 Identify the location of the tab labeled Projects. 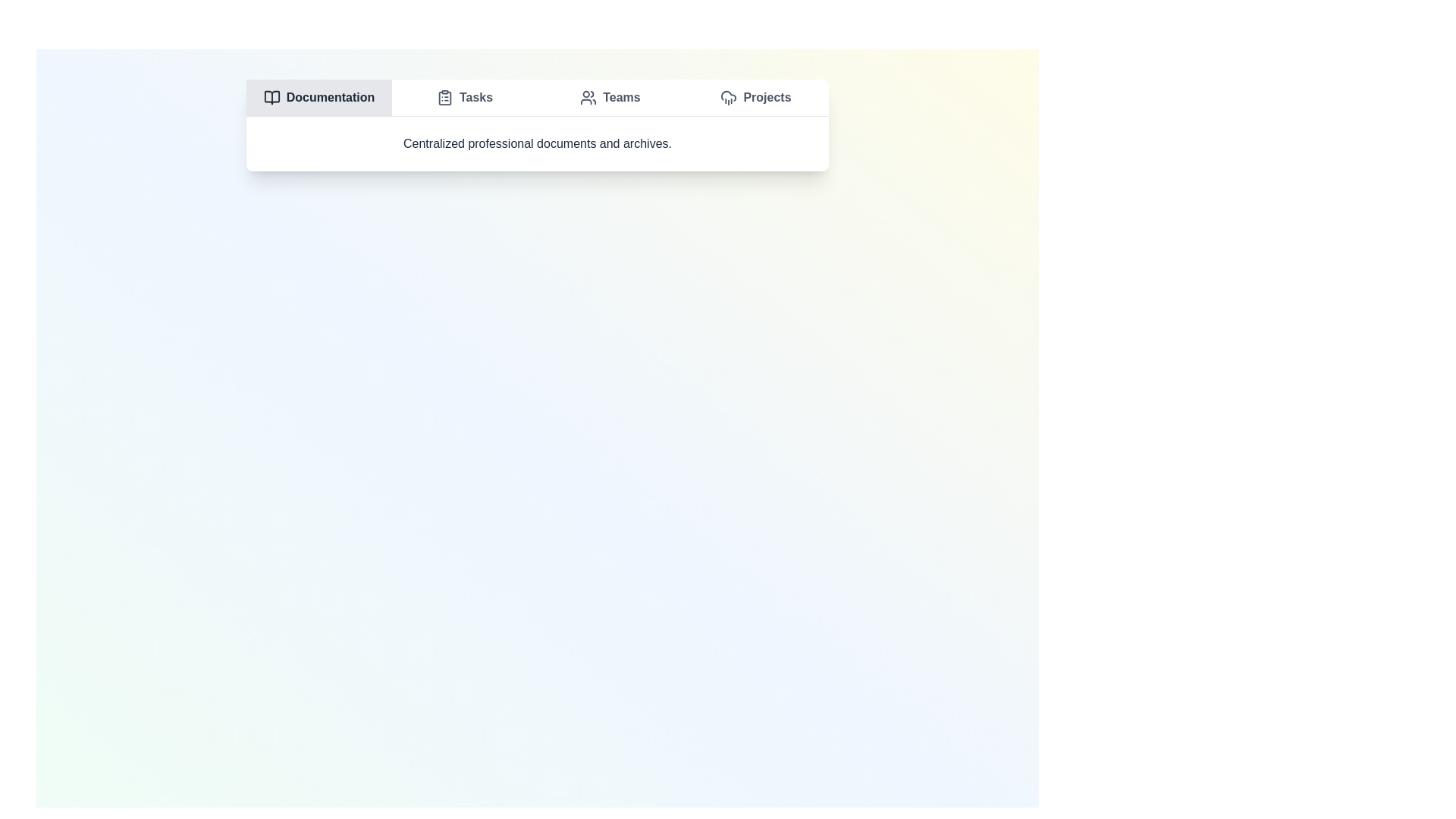
(756, 97).